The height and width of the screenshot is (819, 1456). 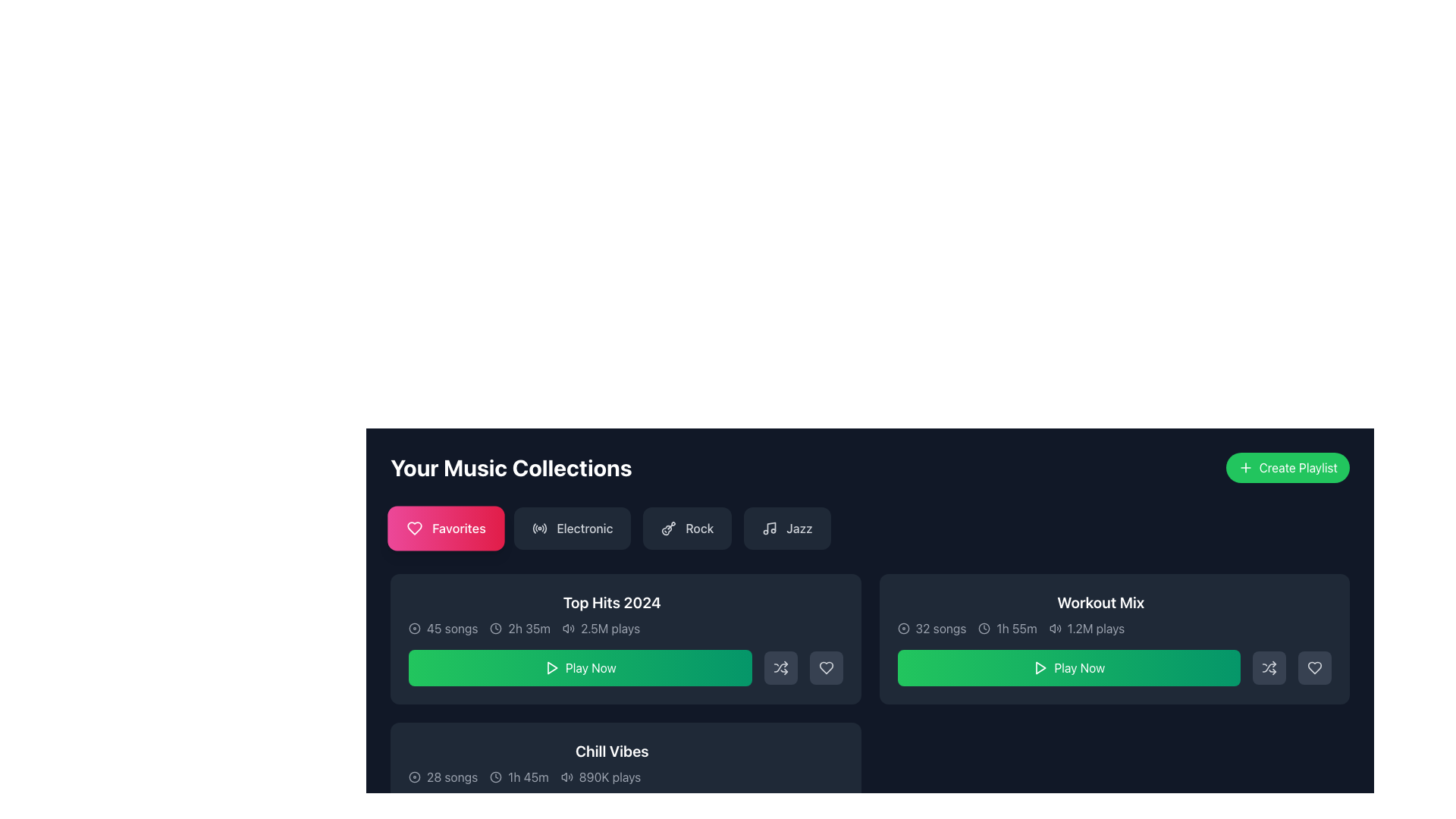 What do you see at coordinates (828, 604) in the screenshot?
I see `the action menu trigger button located at the top right corner of the 'Top Hits 2024' section` at bounding box center [828, 604].